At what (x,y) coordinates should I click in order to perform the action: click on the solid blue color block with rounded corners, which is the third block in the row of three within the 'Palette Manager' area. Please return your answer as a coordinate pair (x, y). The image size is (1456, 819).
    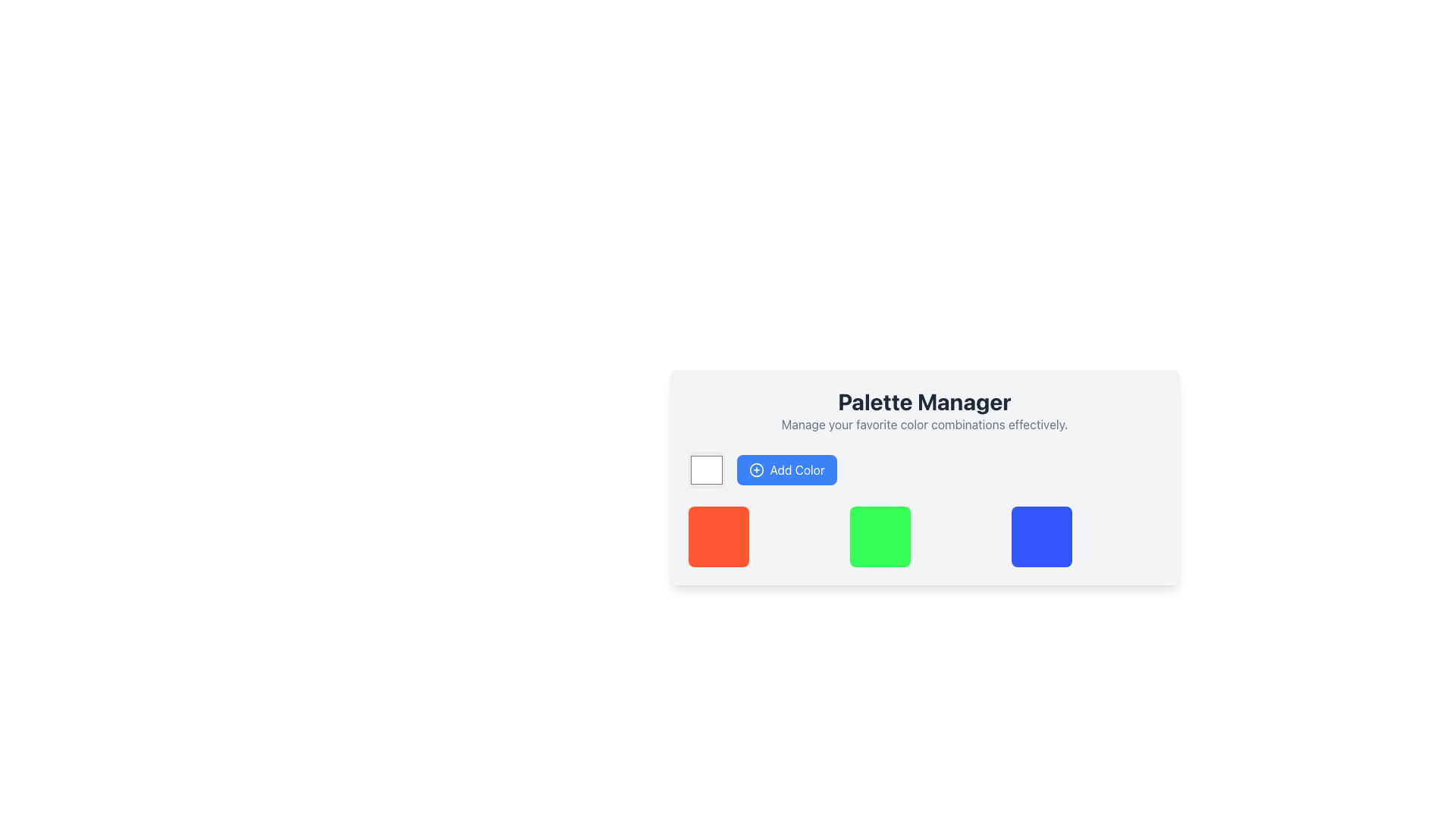
    Looking at the image, I should click on (1041, 536).